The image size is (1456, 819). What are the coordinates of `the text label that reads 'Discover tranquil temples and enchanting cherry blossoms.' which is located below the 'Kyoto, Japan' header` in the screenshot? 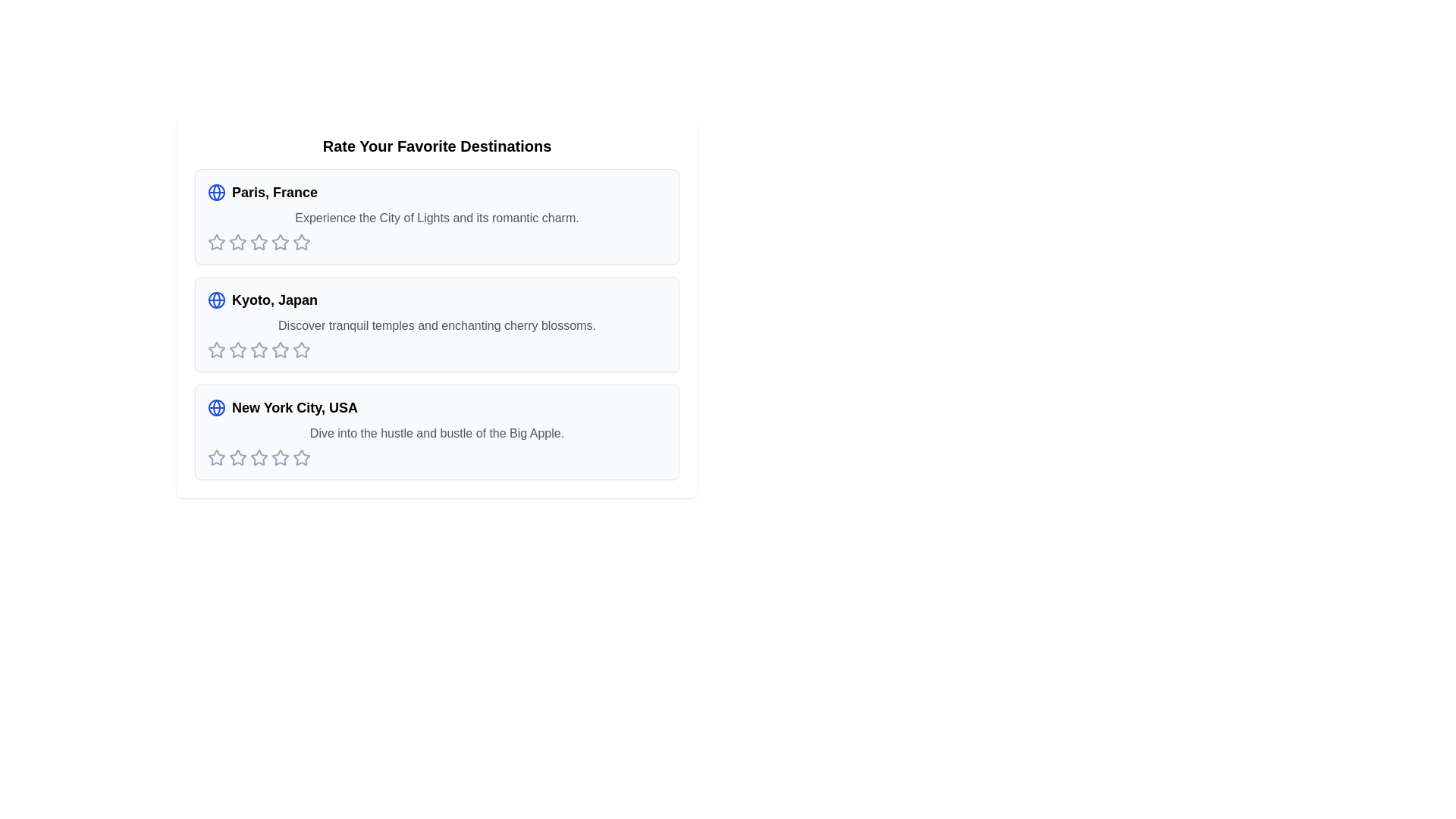 It's located at (436, 325).